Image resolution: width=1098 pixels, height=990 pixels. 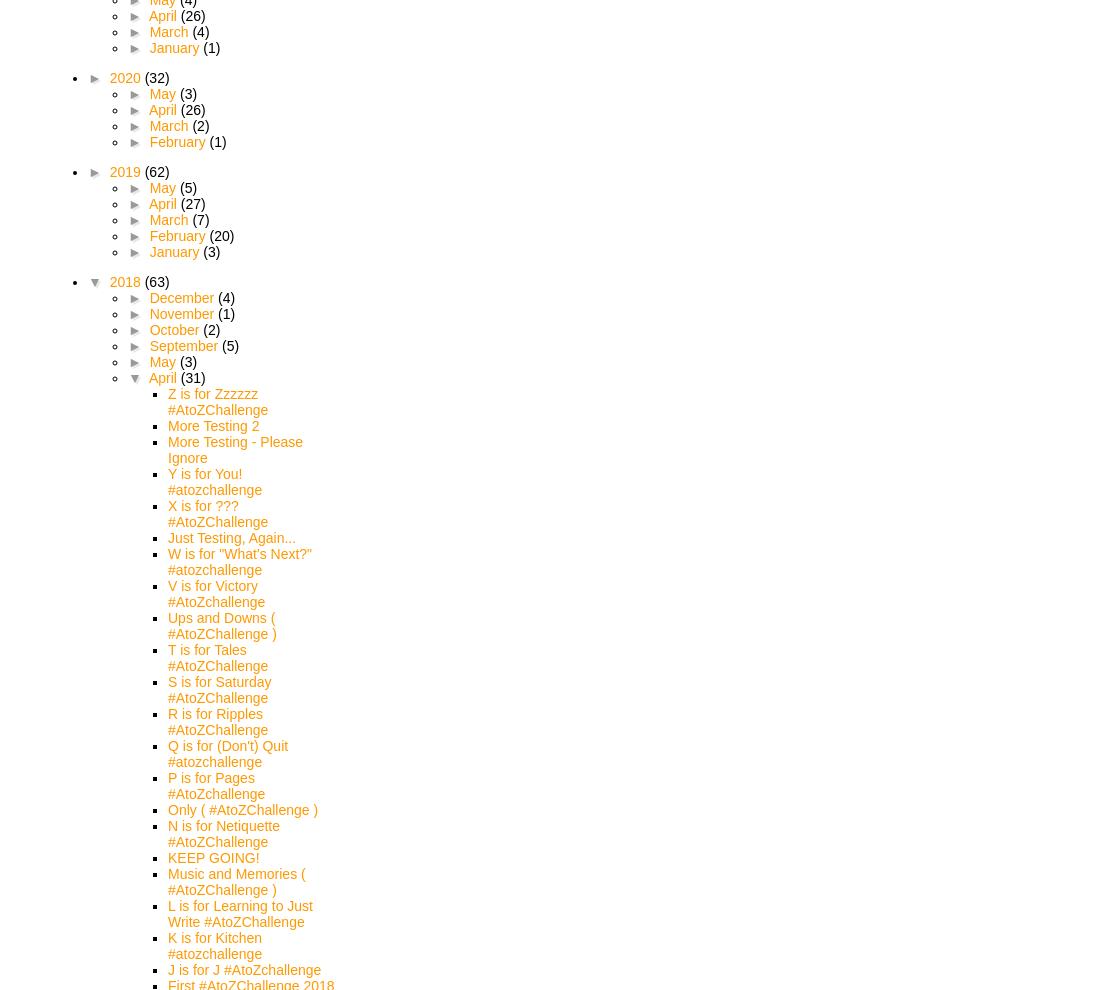 What do you see at coordinates (207, 235) in the screenshot?
I see `'(20)'` at bounding box center [207, 235].